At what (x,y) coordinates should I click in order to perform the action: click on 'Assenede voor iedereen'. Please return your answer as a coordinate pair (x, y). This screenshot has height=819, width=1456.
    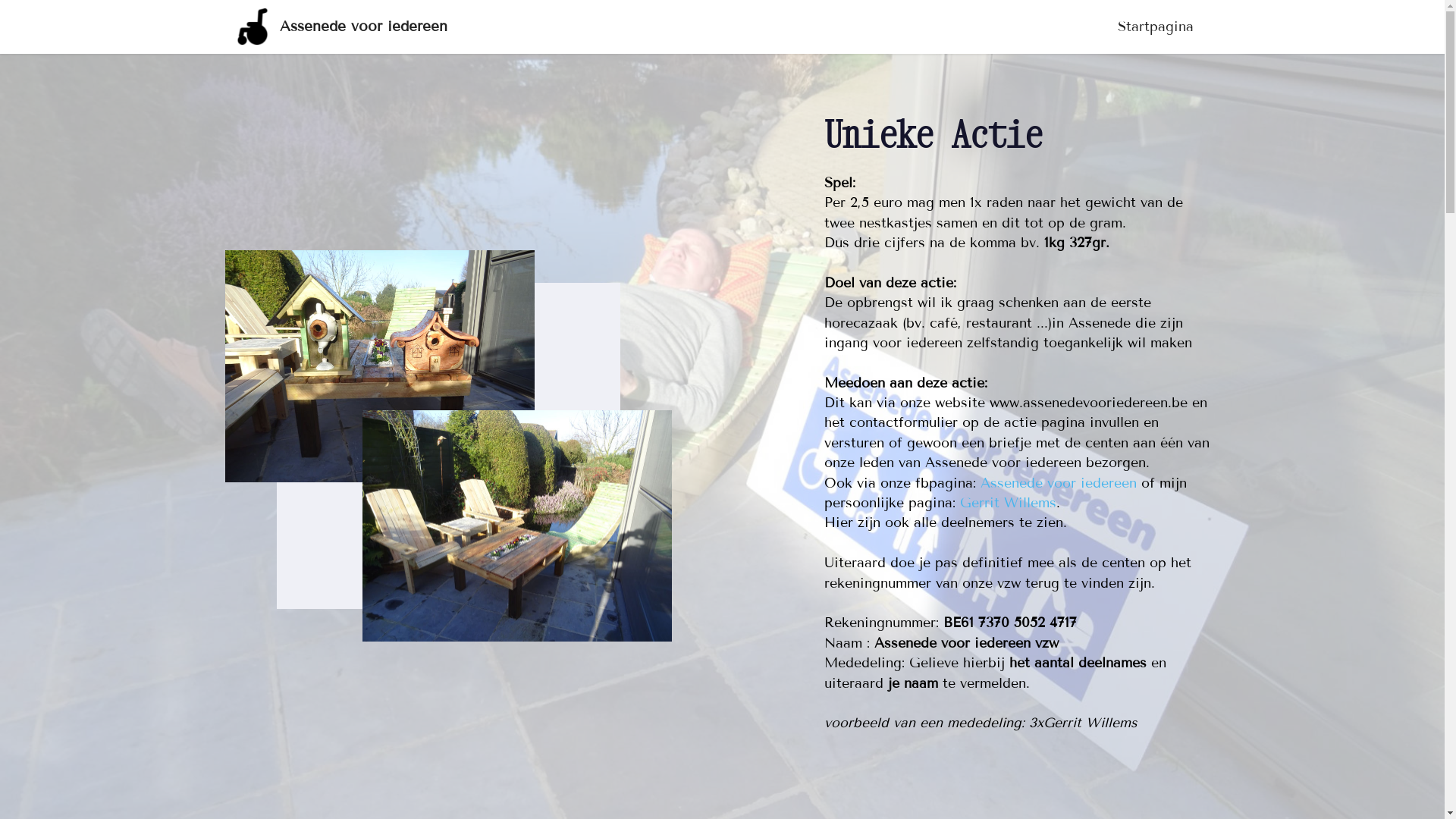
    Looking at the image, I should click on (280, 26).